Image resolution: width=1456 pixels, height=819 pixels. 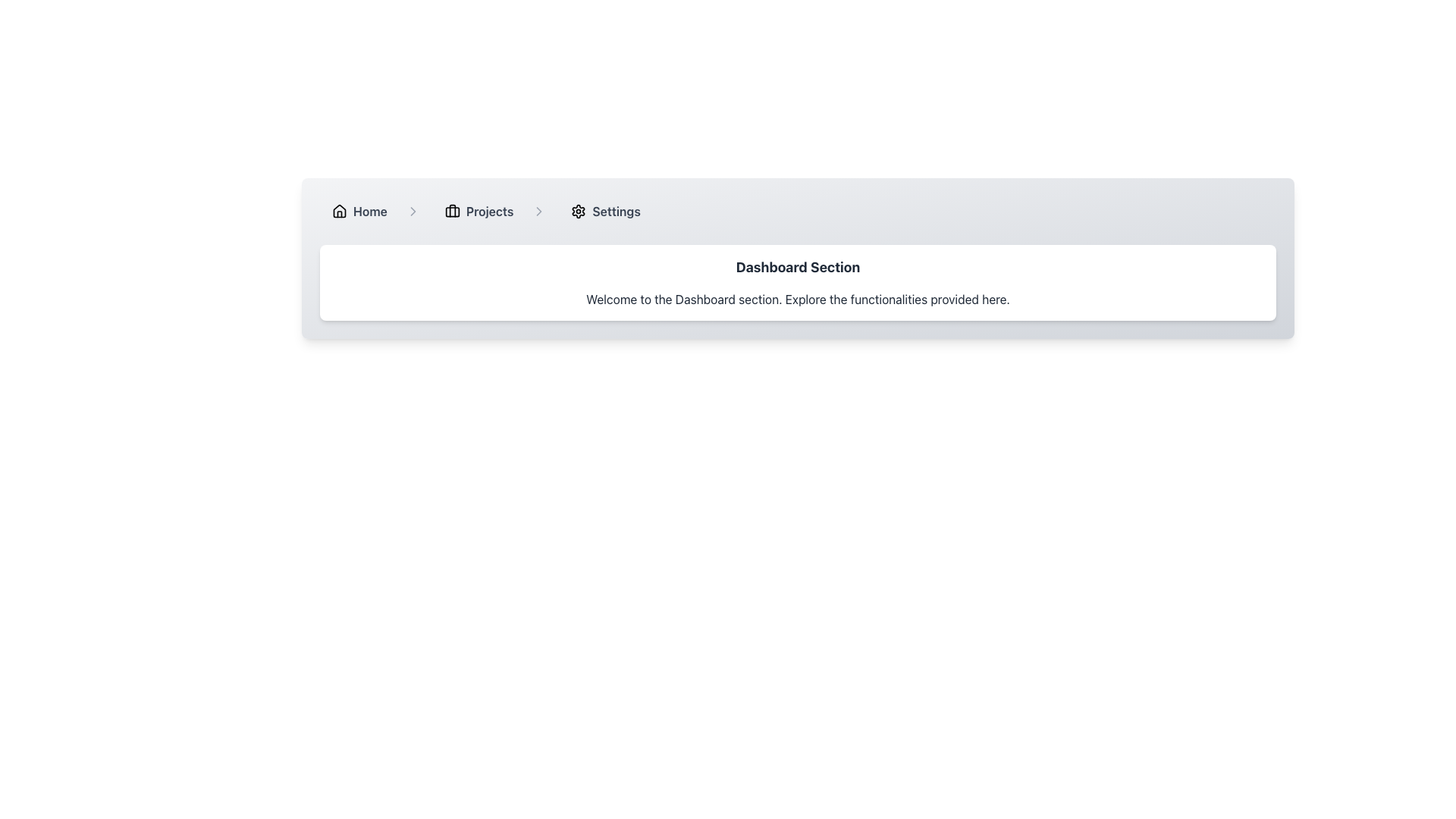 What do you see at coordinates (338, 211) in the screenshot?
I see `the 'Home' icon in the breadcrumb navigation bar, which is a small house-shaped icon located at the top-left of the interface` at bounding box center [338, 211].